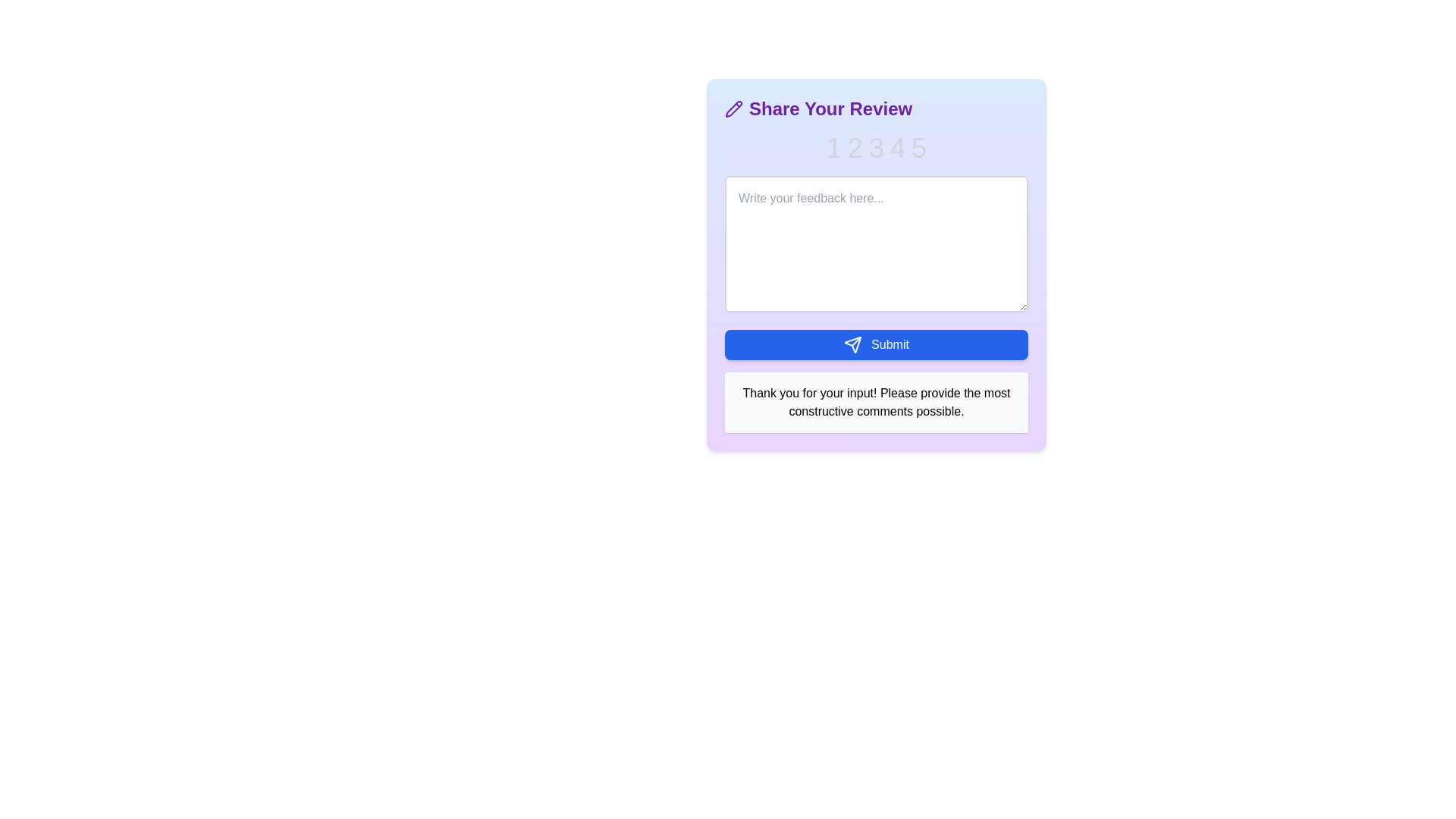 The image size is (1456, 819). What do you see at coordinates (877, 149) in the screenshot?
I see `the rating button corresponding to 3` at bounding box center [877, 149].